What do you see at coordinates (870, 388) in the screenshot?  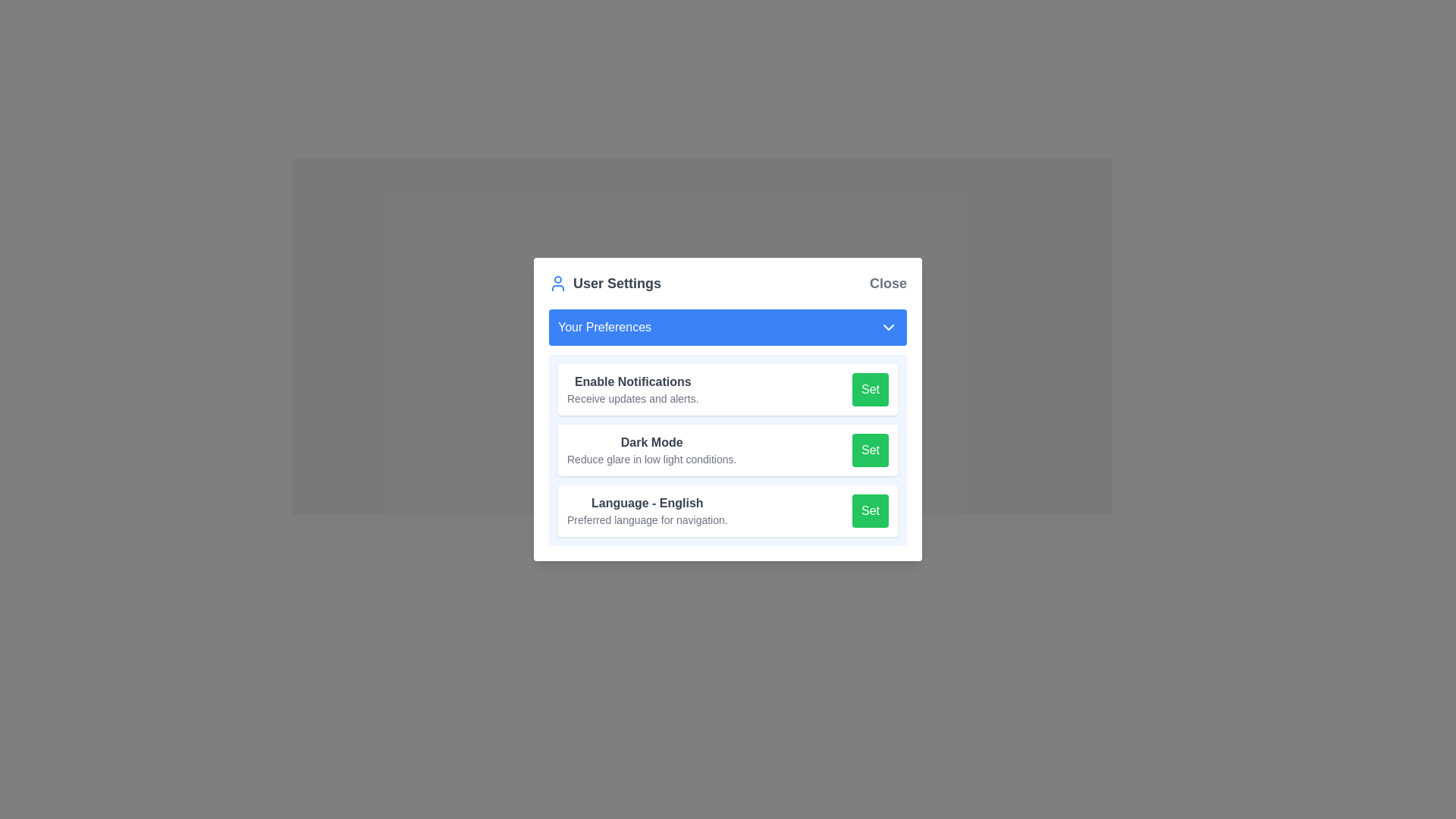 I see `the green button labeled 'Set'` at bounding box center [870, 388].